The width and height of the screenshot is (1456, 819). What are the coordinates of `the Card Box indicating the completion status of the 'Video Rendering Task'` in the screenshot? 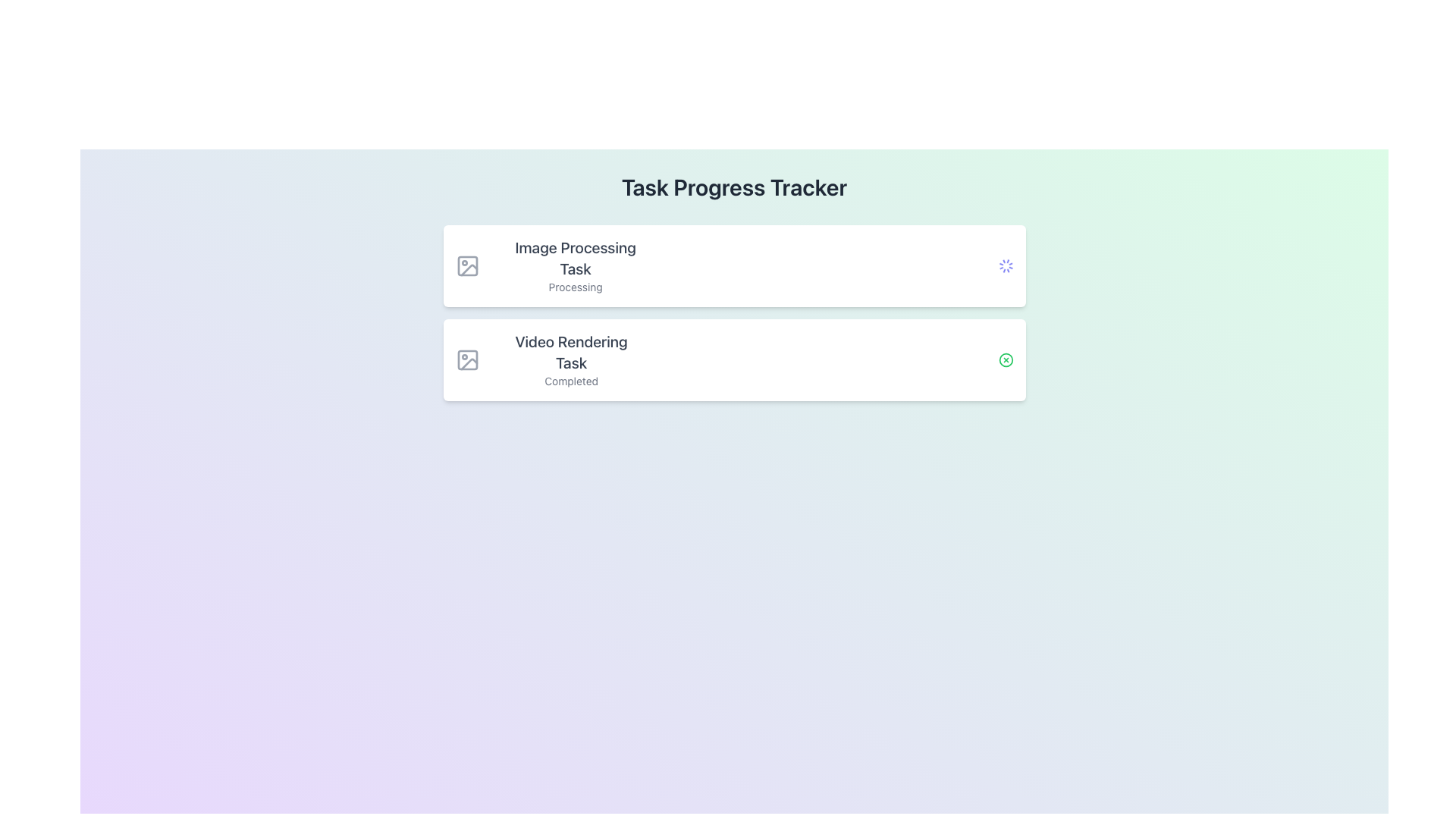 It's located at (734, 359).